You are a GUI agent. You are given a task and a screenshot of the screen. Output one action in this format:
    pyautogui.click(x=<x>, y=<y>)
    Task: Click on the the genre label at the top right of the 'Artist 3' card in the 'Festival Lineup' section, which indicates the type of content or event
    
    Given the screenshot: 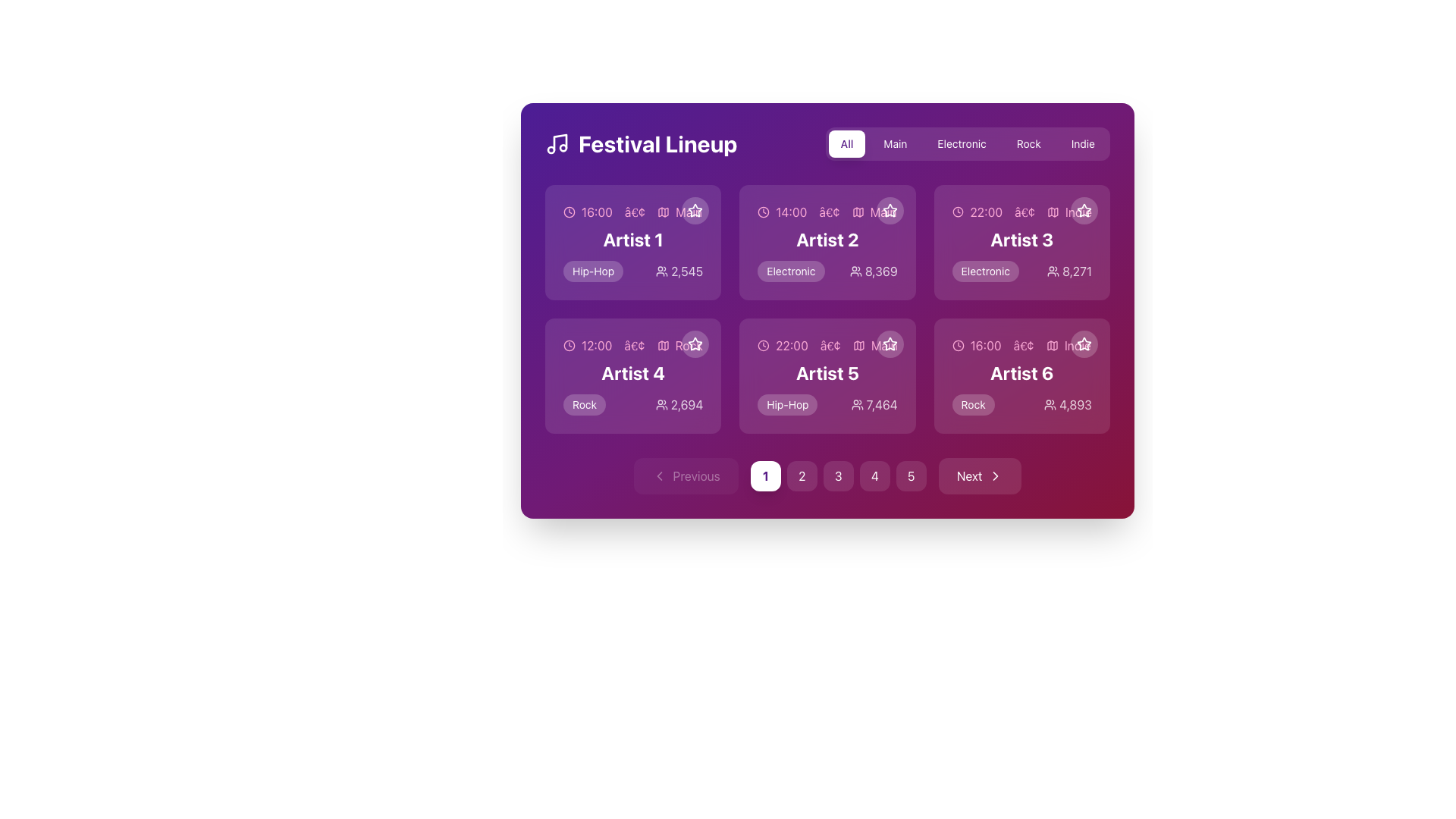 What is the action you would take?
    pyautogui.click(x=1078, y=212)
    